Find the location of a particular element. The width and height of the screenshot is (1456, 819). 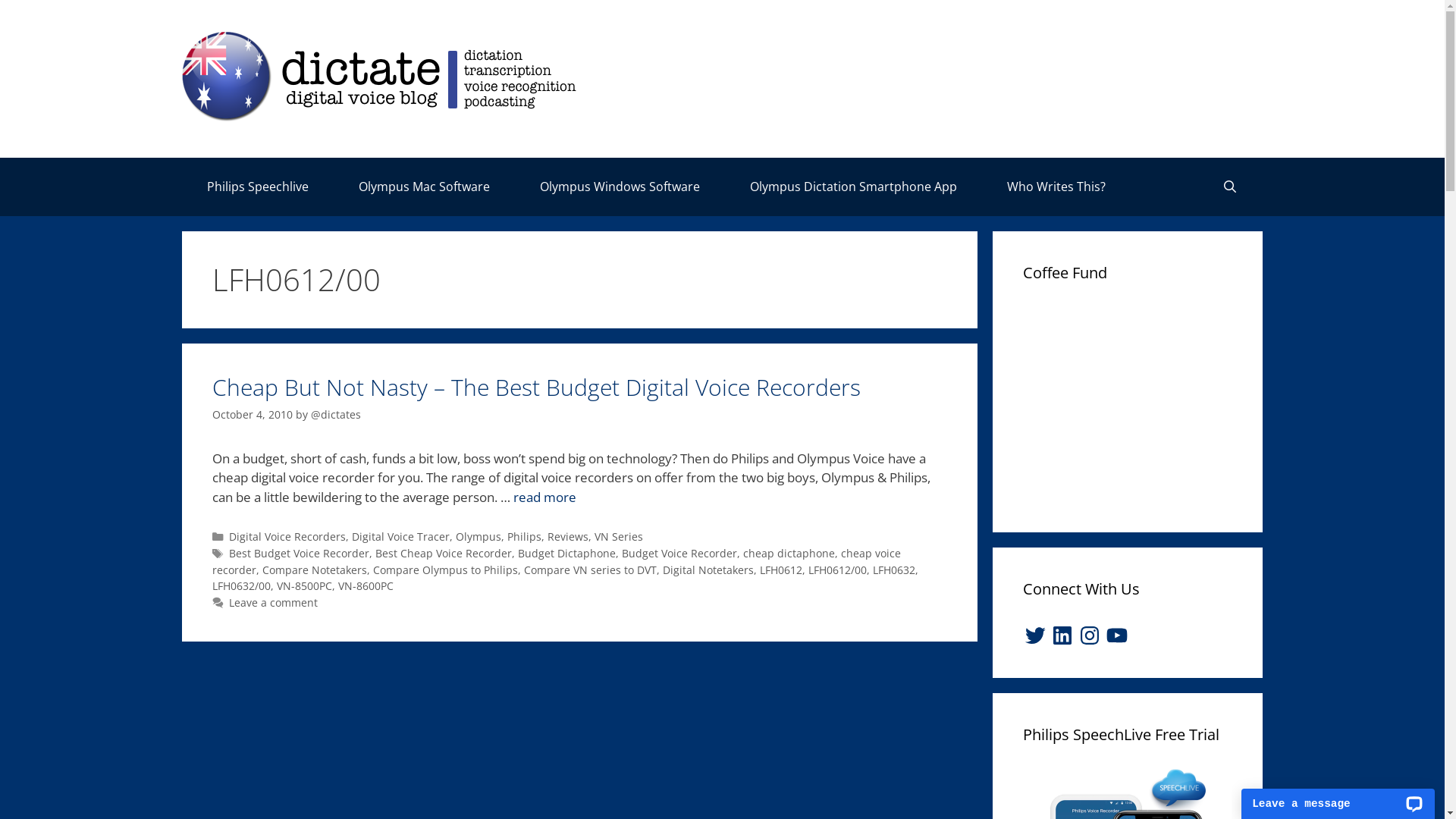

'Digital Notetakers' is located at coordinates (708, 570).